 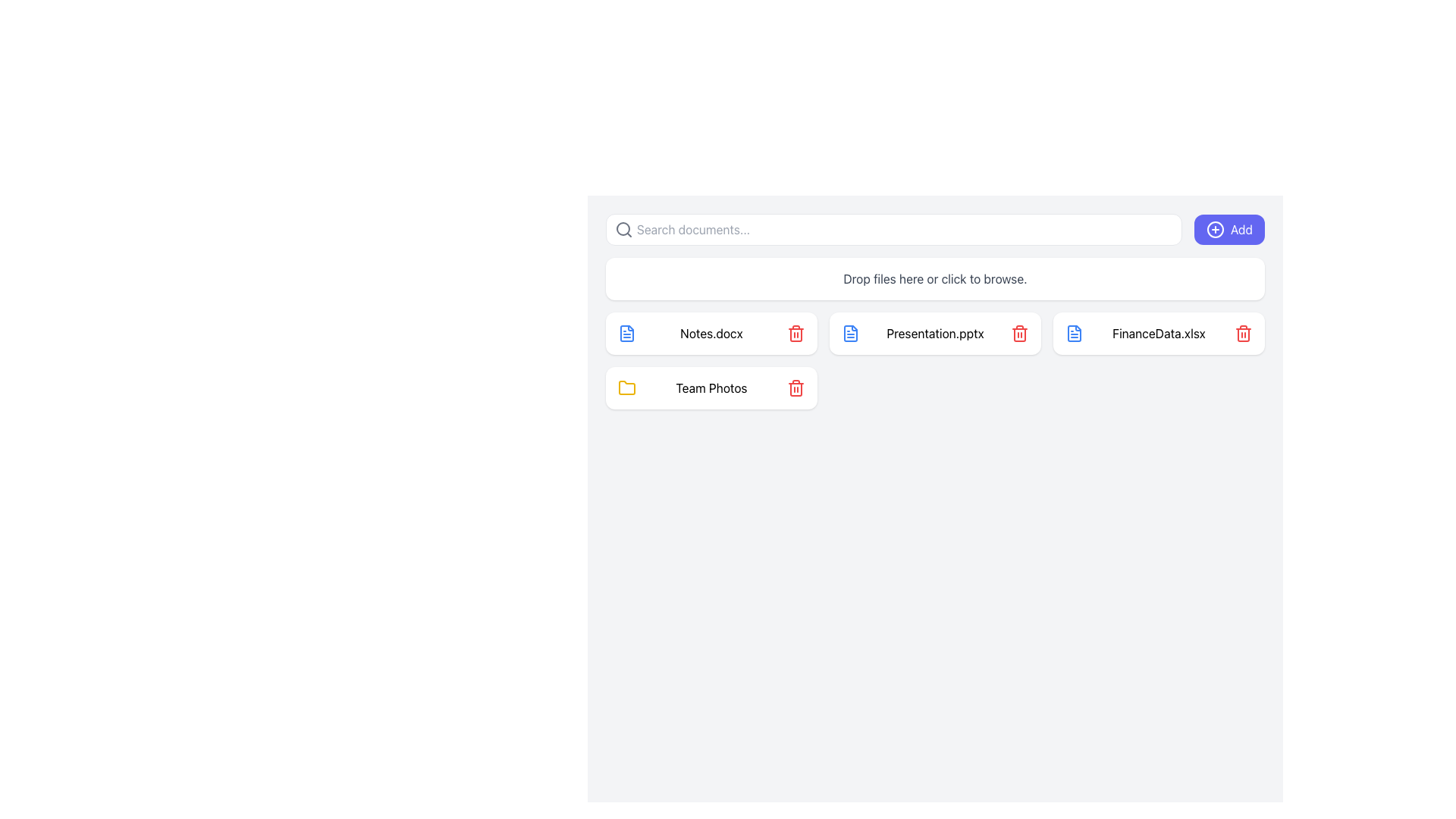 What do you see at coordinates (934, 278) in the screenshot?
I see `the Drag-and-drop file upload area that contains the text 'Drop files here or click to browse'` at bounding box center [934, 278].